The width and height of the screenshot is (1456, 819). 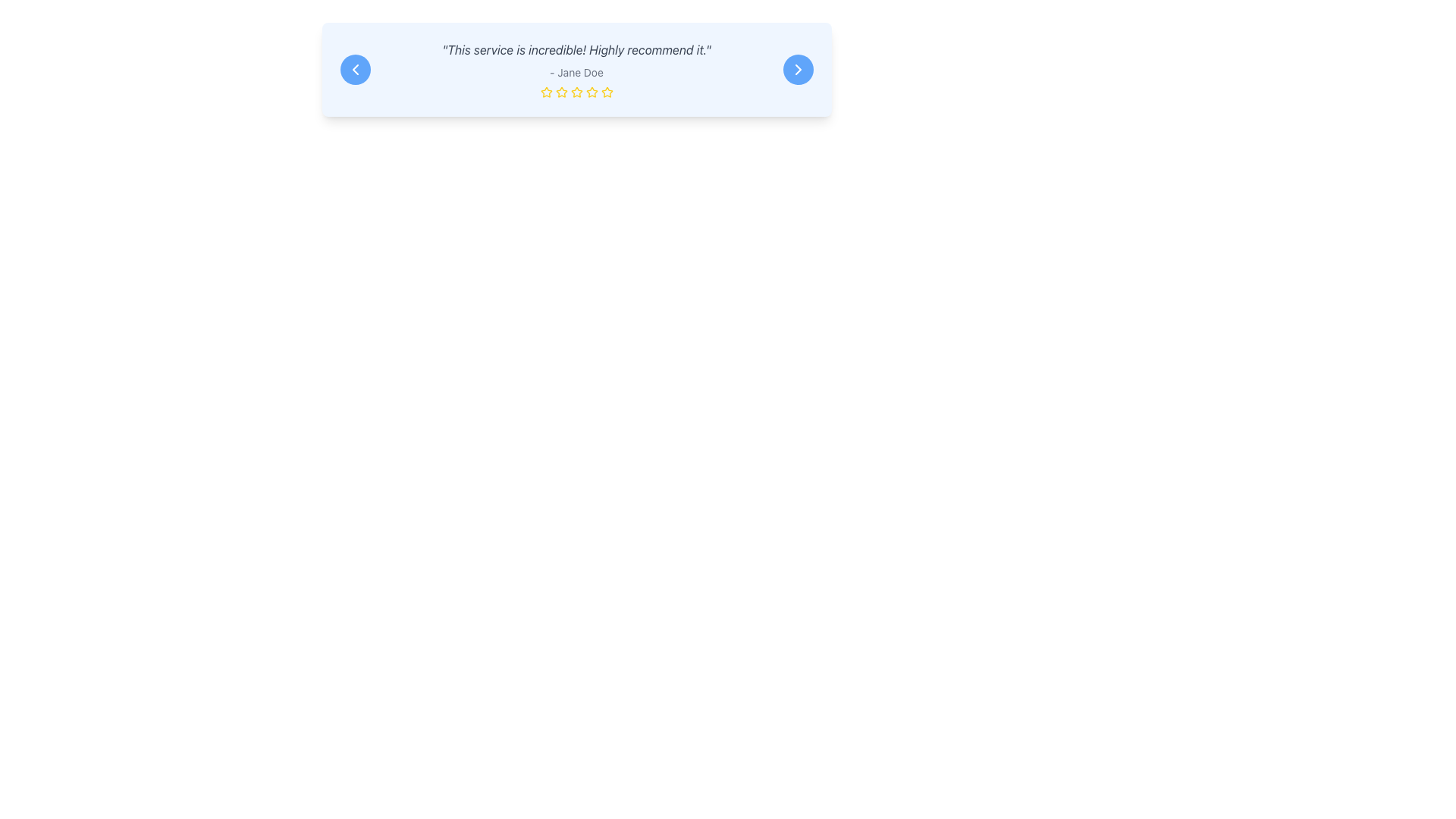 What do you see at coordinates (560, 91) in the screenshot?
I see `the second star in the rating system` at bounding box center [560, 91].